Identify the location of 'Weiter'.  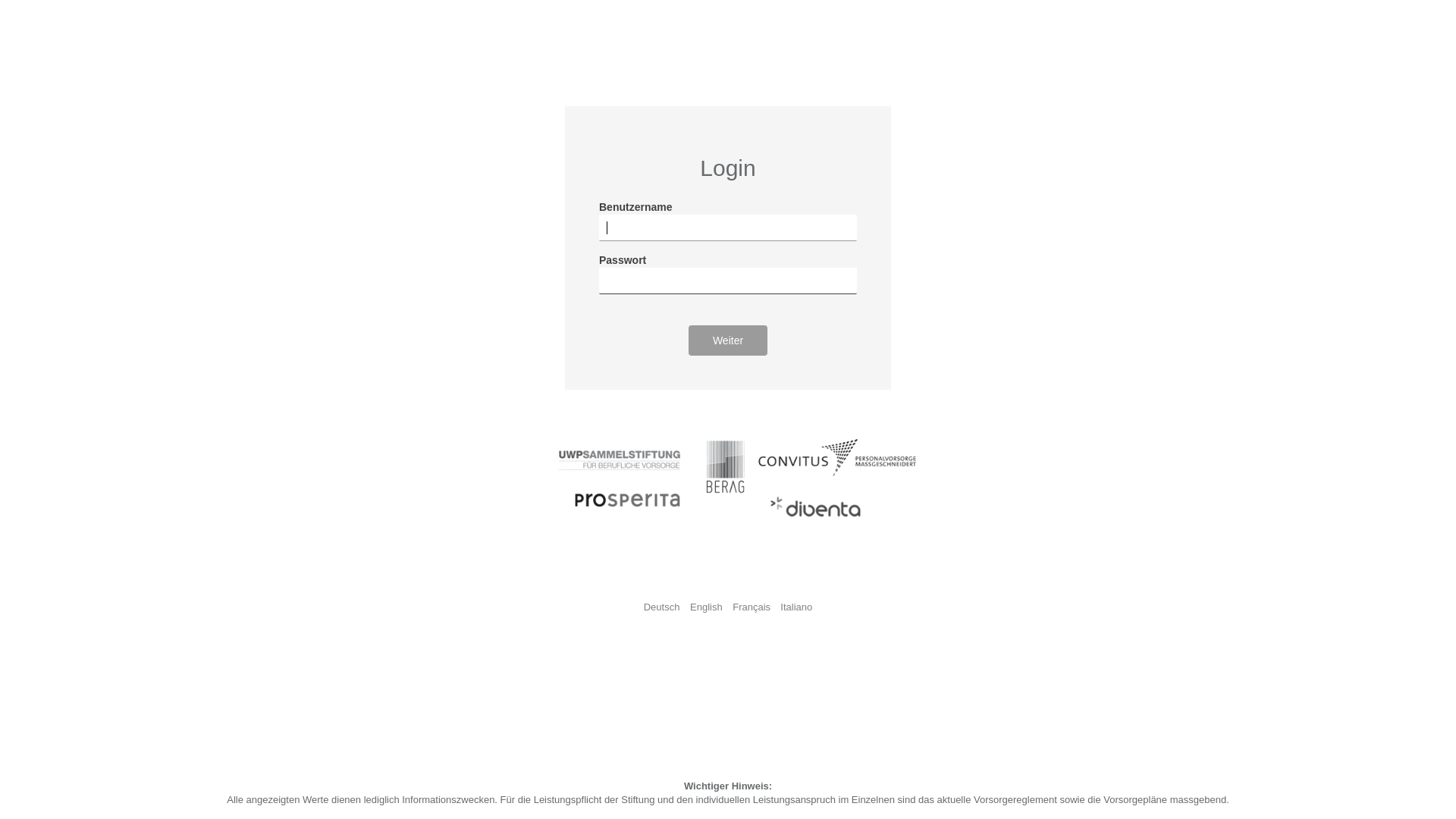
(687, 339).